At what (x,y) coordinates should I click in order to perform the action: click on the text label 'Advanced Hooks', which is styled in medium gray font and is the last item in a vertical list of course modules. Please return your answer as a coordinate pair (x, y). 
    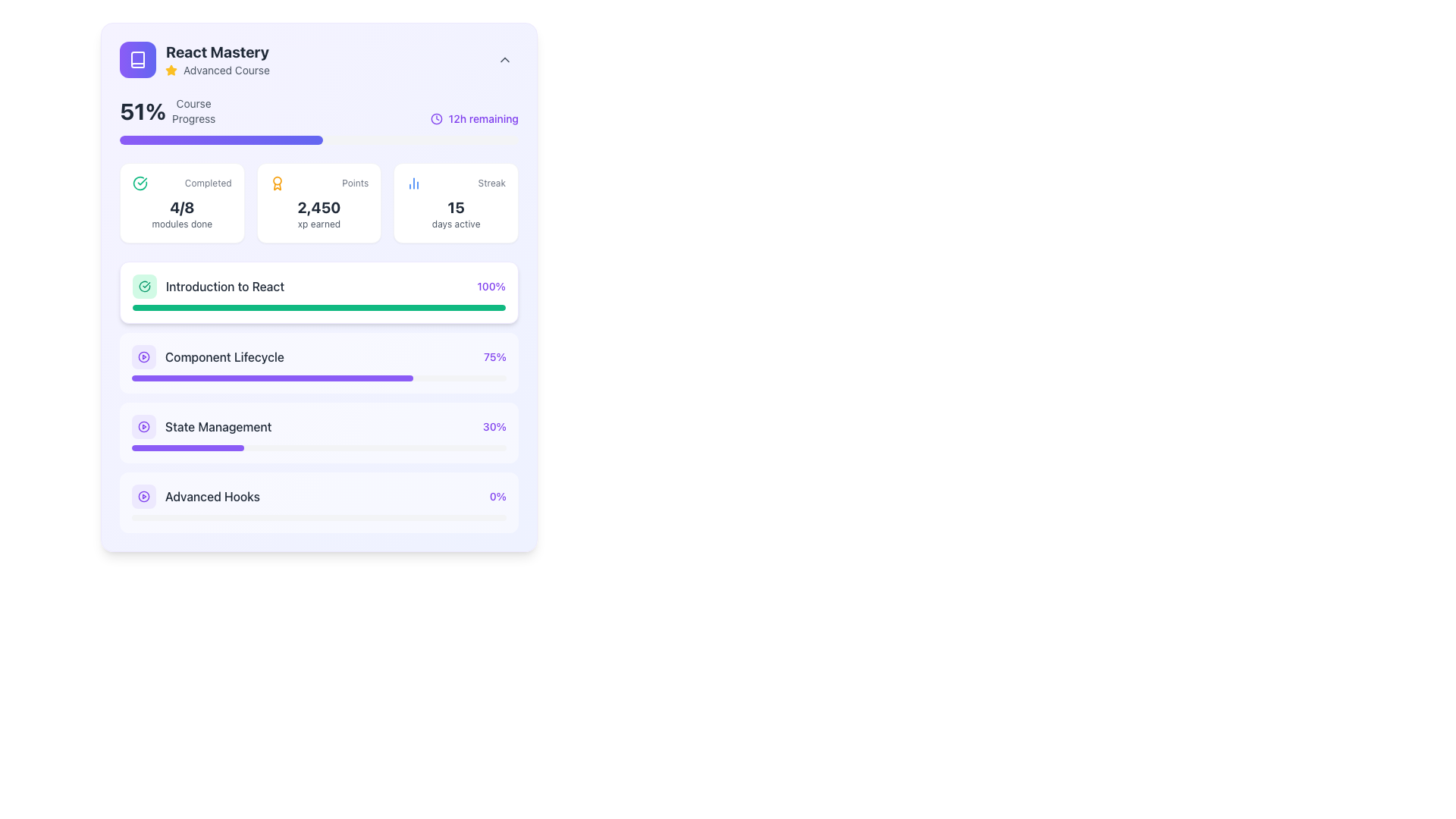
    Looking at the image, I should click on (212, 497).